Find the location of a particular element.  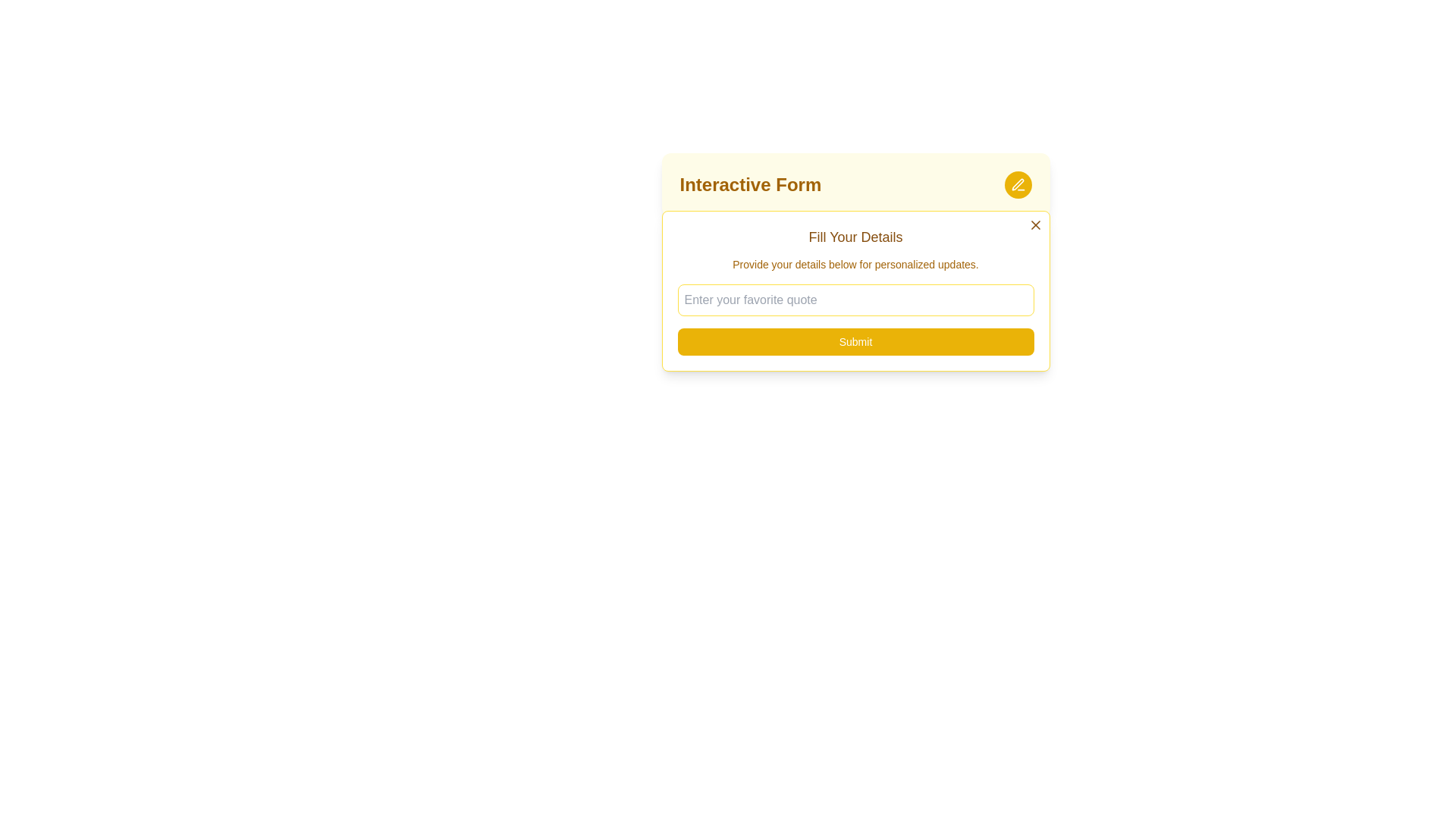

the edit tool button located in the top-right corner of the 'Interactive Form' header section, which allows the user to adjust or modify header details is located at coordinates (1018, 184).